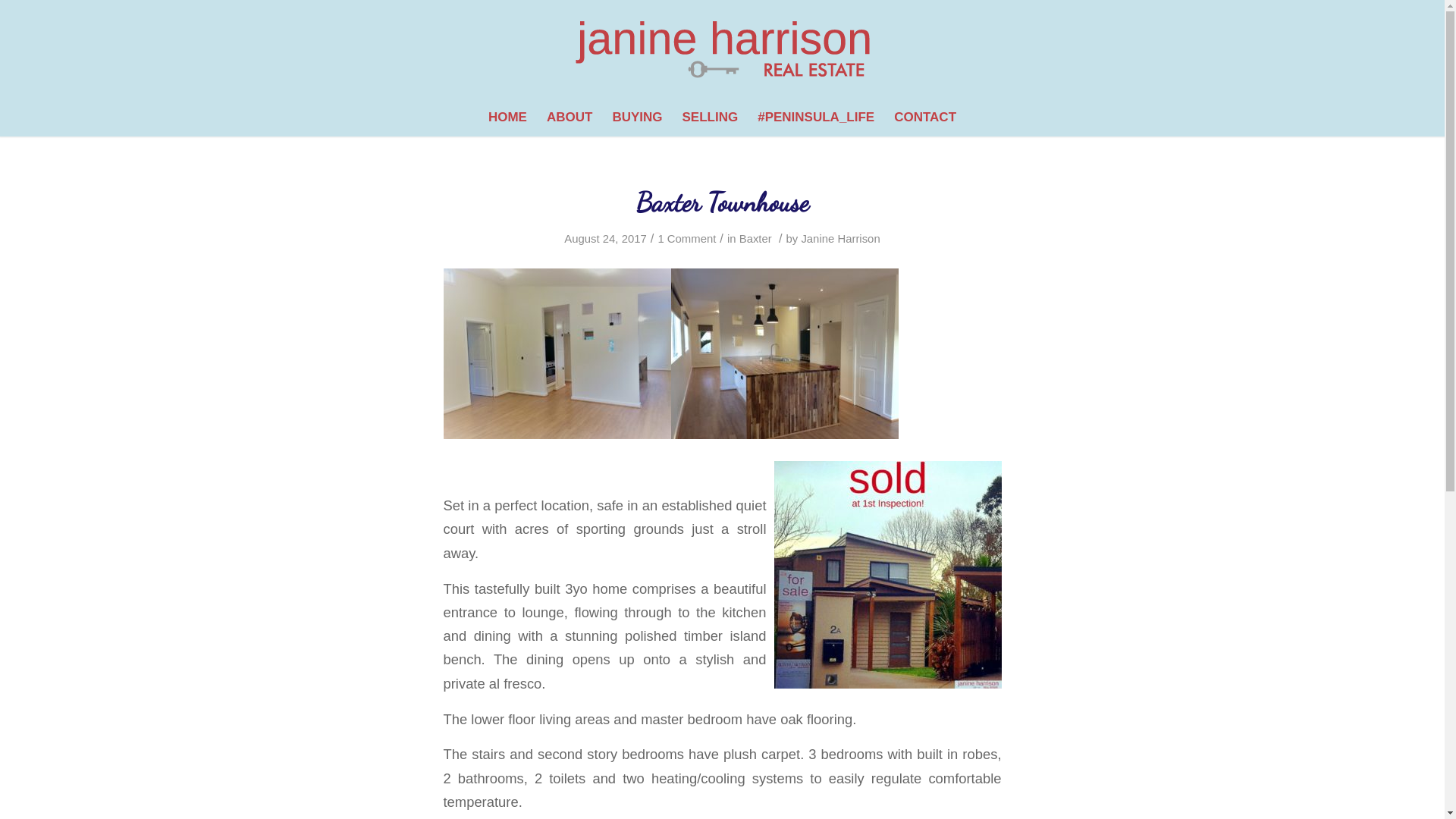  Describe the element at coordinates (657, 237) in the screenshot. I see `'1 Comment'` at that location.